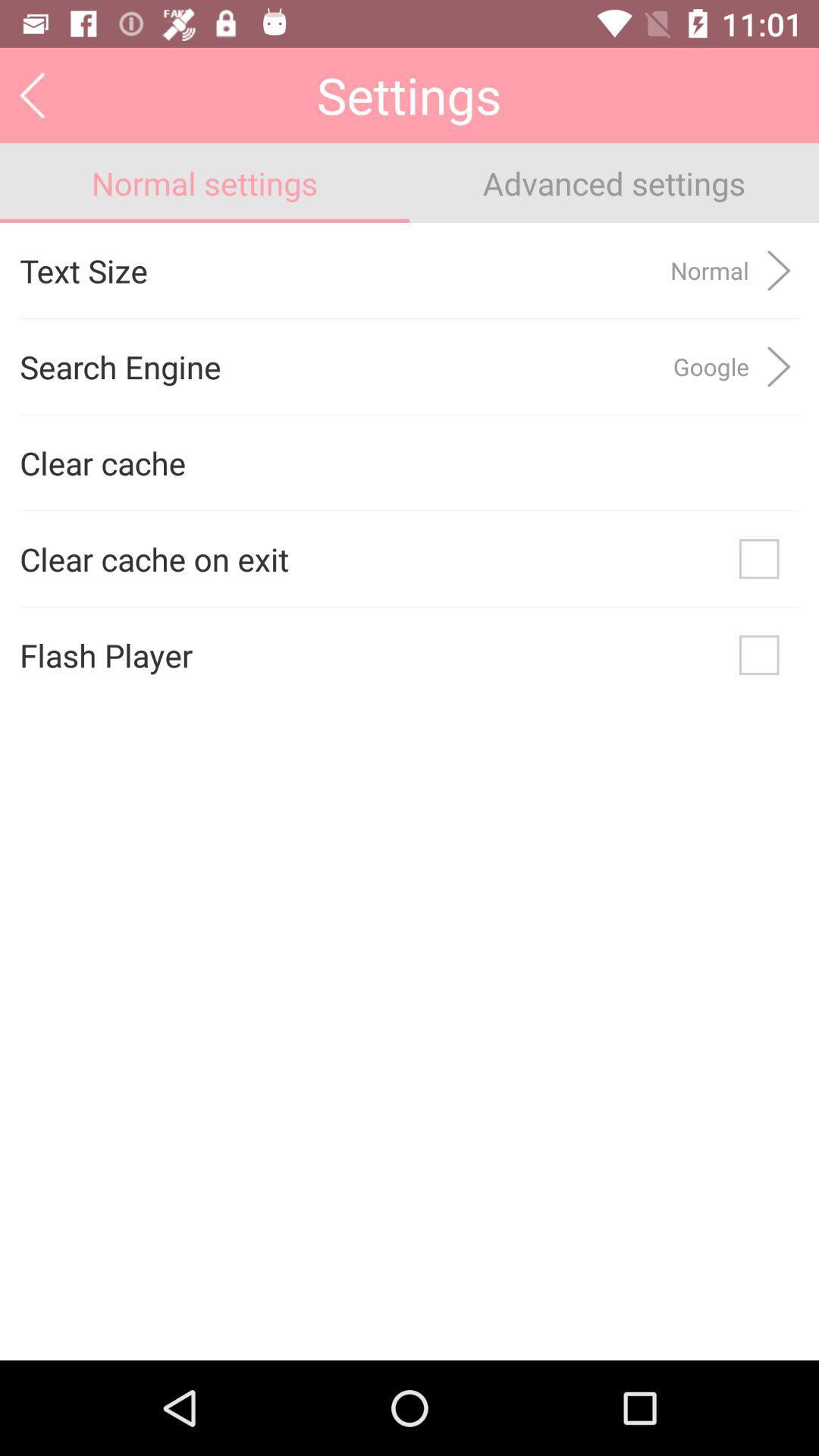  I want to click on go back, so click(32, 94).